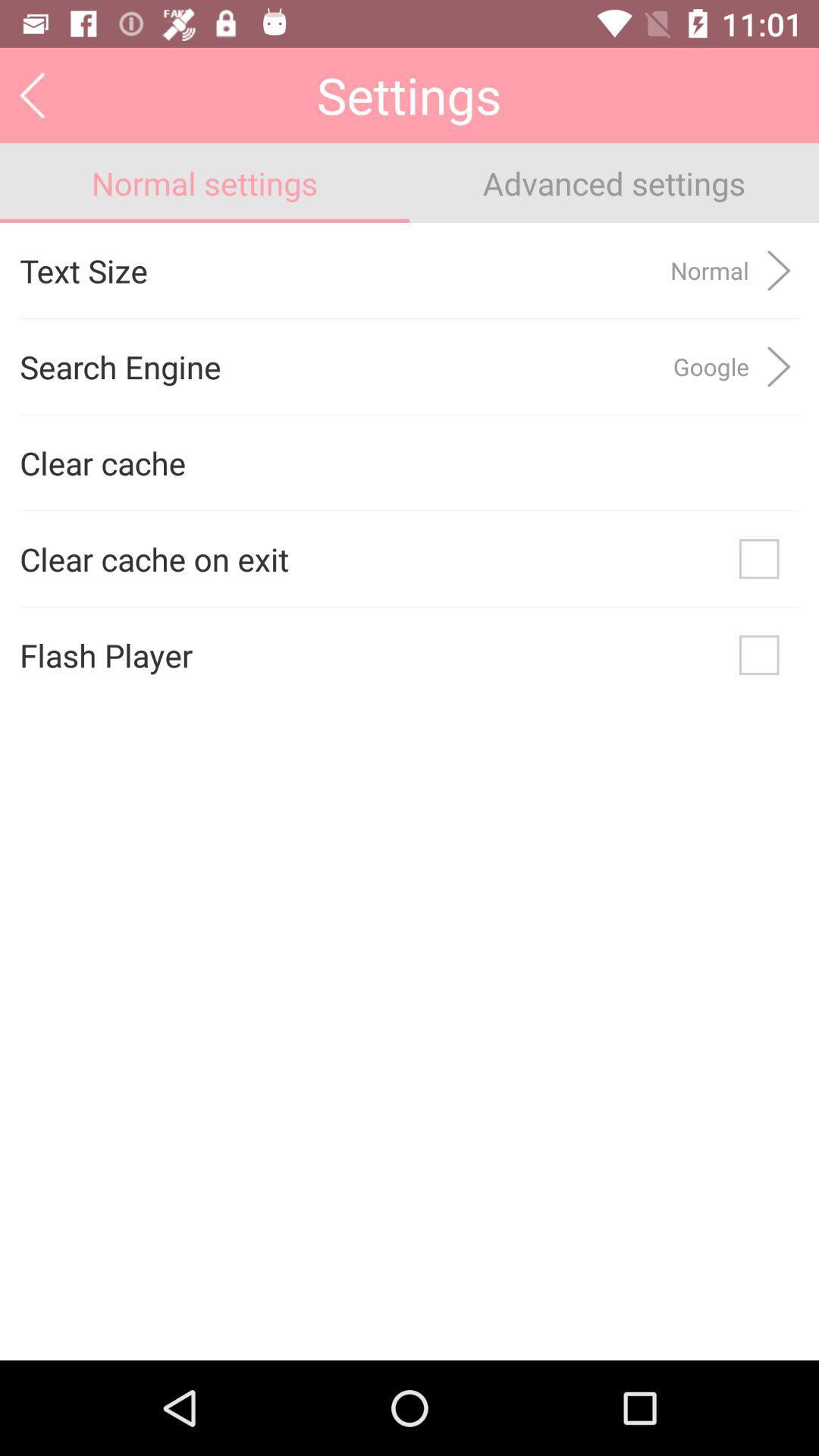  I want to click on go back, so click(32, 94).